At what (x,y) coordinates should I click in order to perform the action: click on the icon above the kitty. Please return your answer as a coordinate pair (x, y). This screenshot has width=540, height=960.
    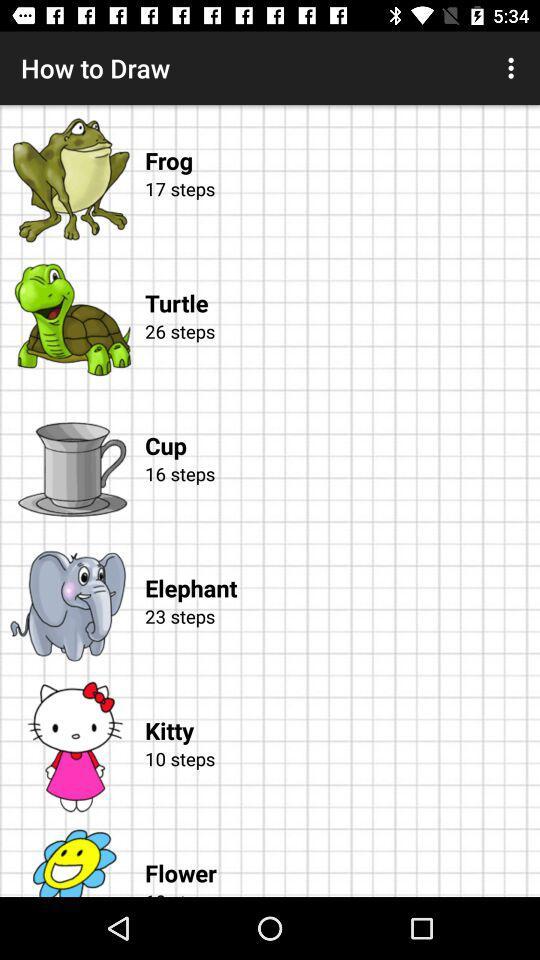
    Looking at the image, I should click on (338, 638).